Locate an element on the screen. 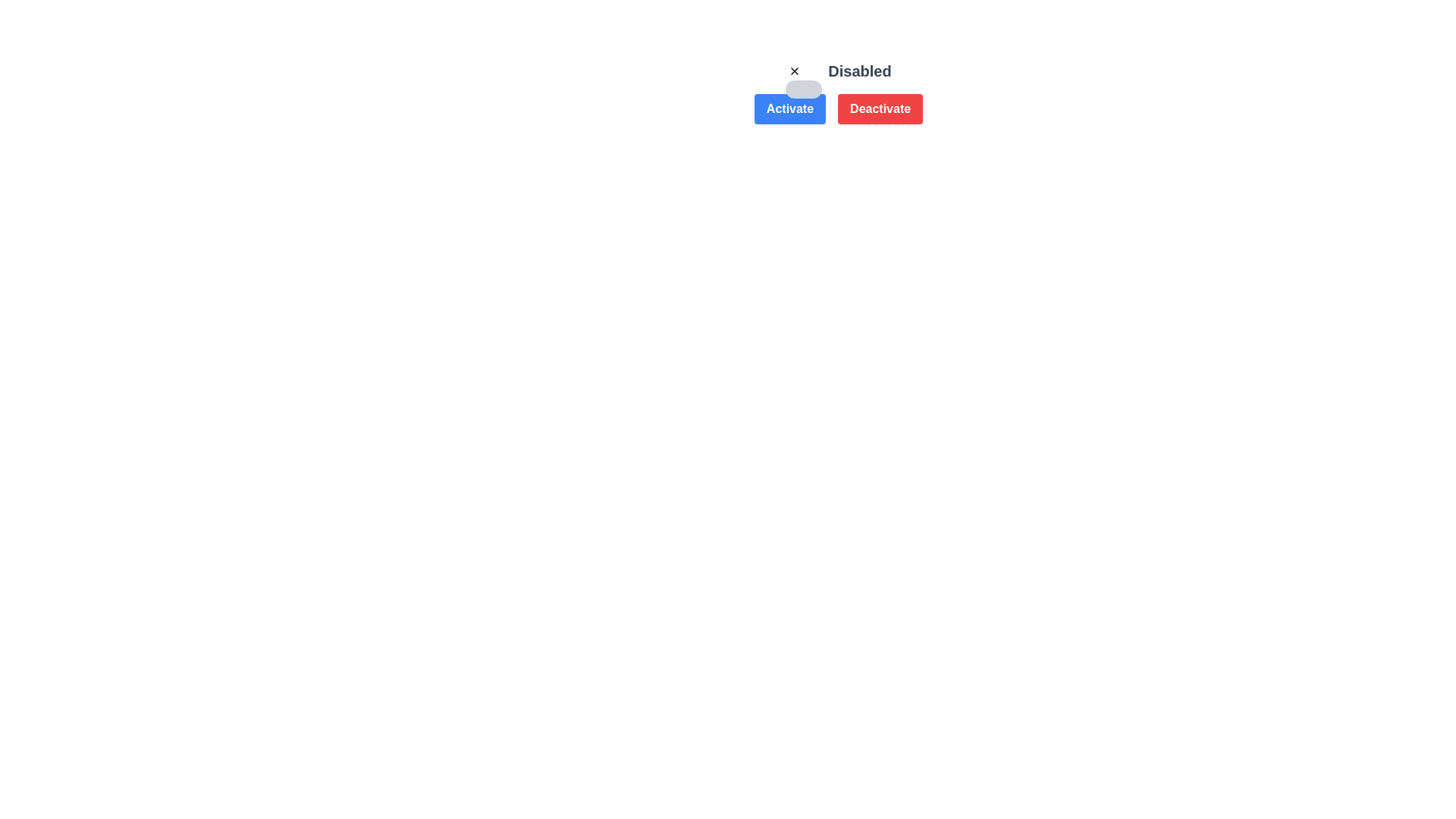 The image size is (1456, 819). the 'Activate' button located on the left side of the button group, positioned below the 'Disabled' label and to the right of the text 'x' is located at coordinates (789, 108).